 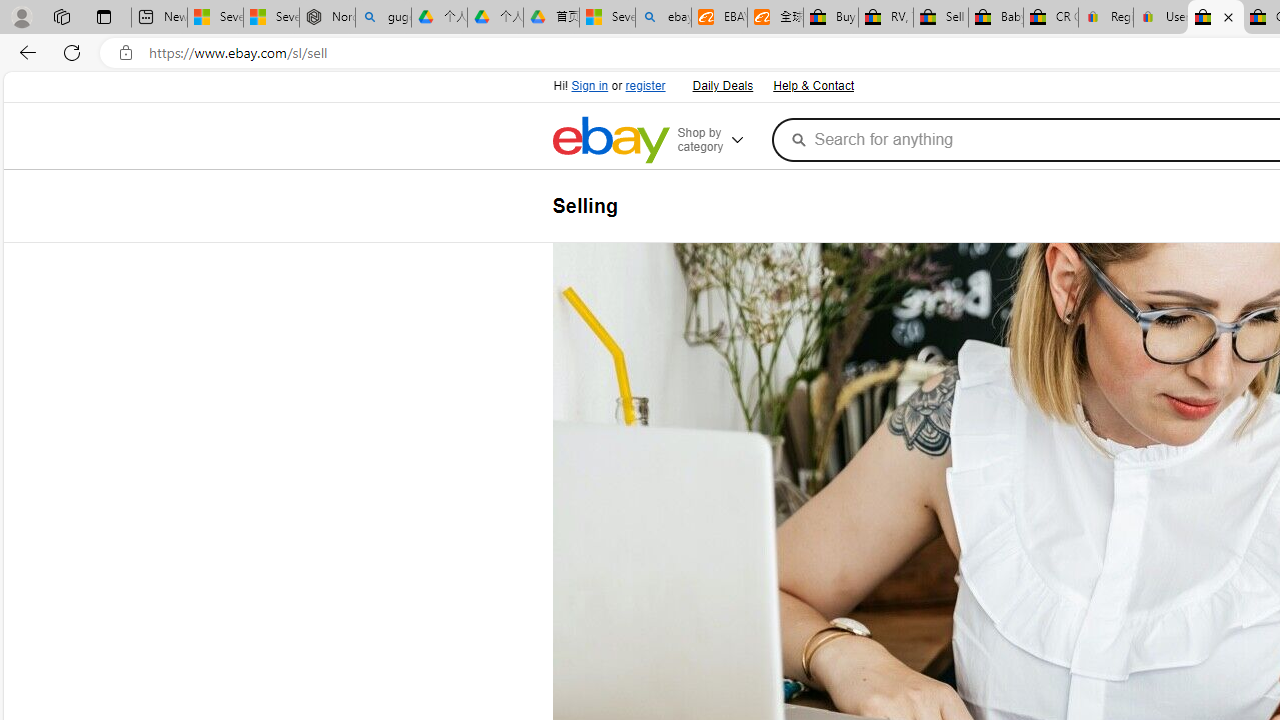 I want to click on 'guge yunpan - Search', so click(x=383, y=17).